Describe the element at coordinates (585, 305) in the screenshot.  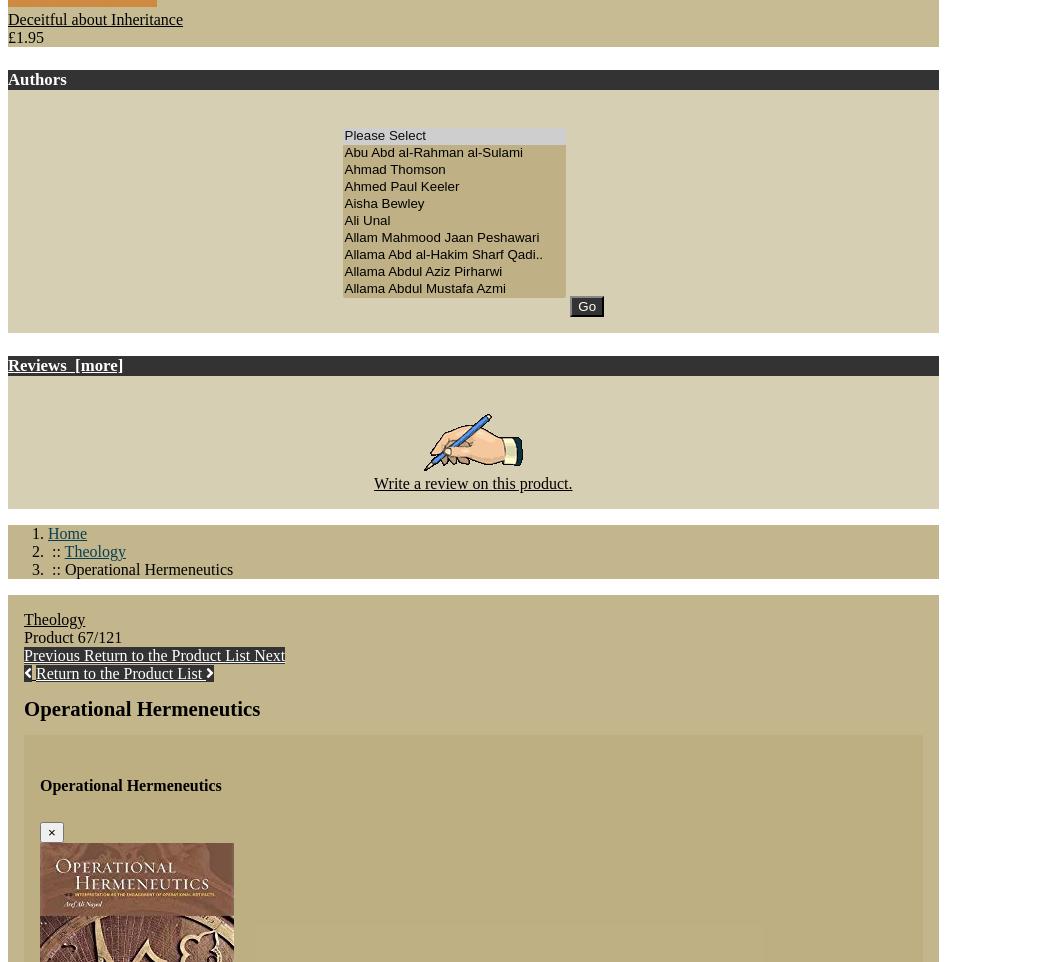
I see `'Go'` at that location.